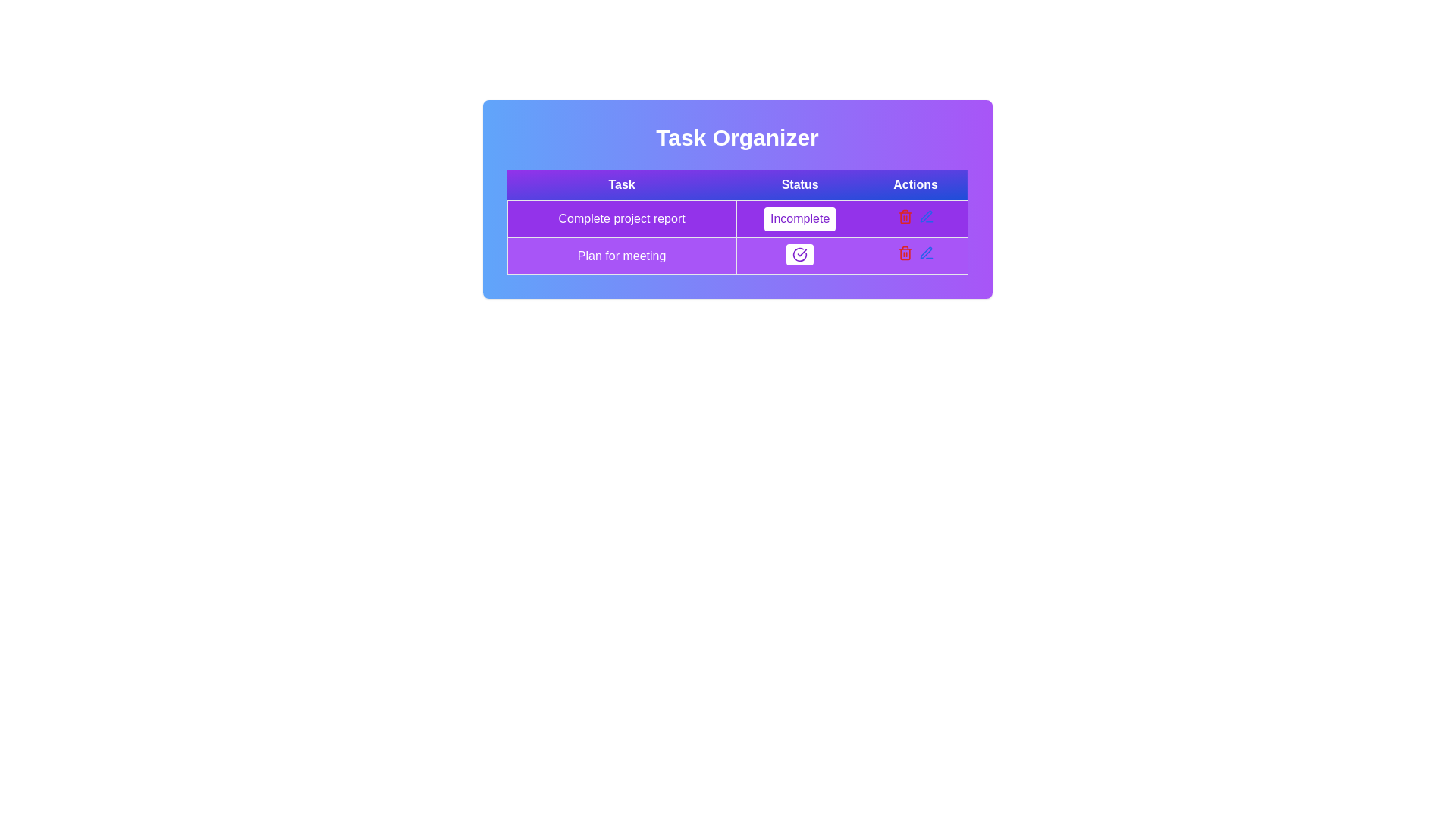  What do you see at coordinates (905, 216) in the screenshot?
I see `the delete icon button in the 'Actions' column corresponding to the task 'Complete project report'` at bounding box center [905, 216].